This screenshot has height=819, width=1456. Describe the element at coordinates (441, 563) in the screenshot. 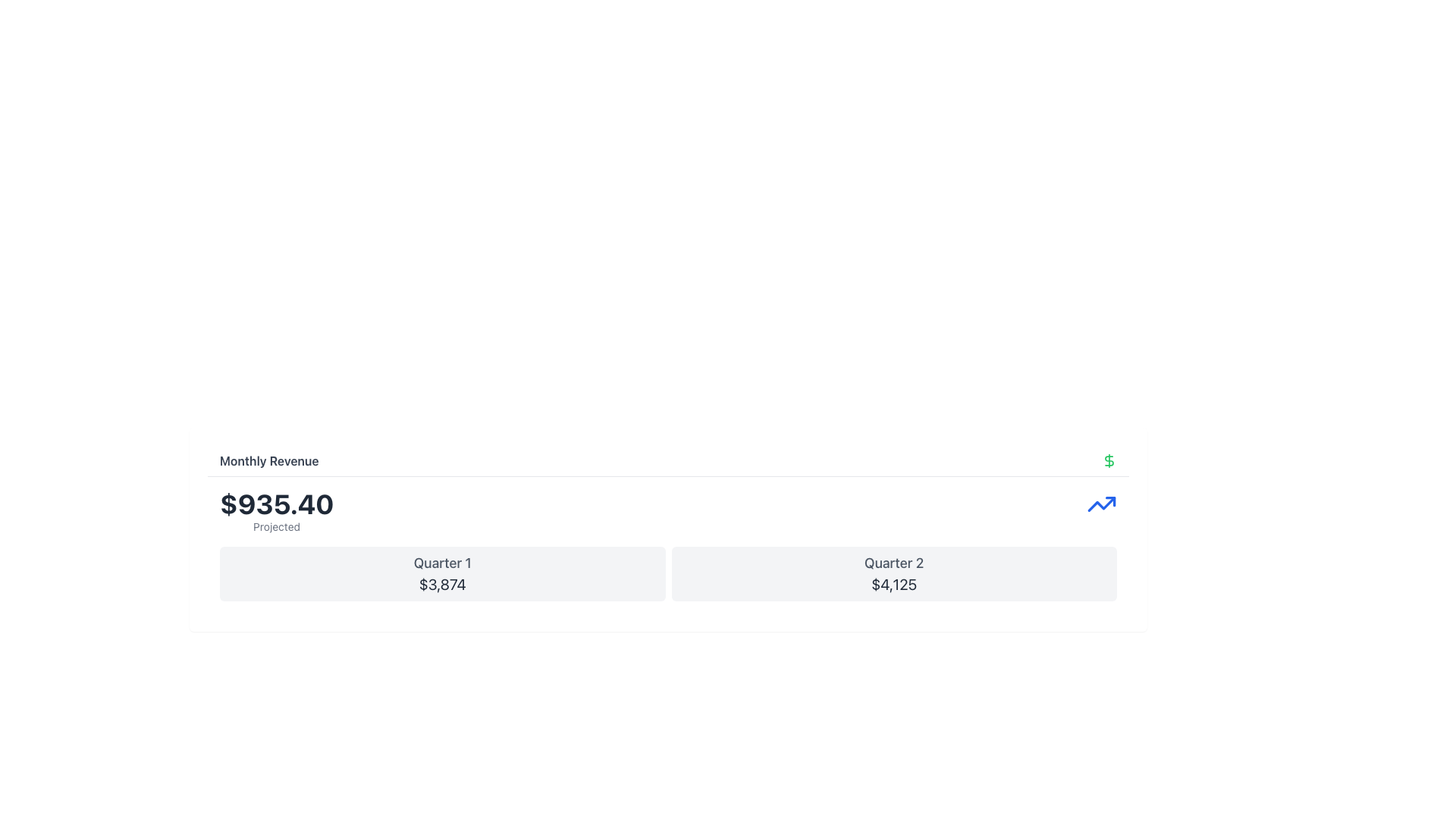

I see `the text display element showing 'Quarter 1', which is styled in gray color and positioned at the top-center of a card containing another text element below it` at that location.